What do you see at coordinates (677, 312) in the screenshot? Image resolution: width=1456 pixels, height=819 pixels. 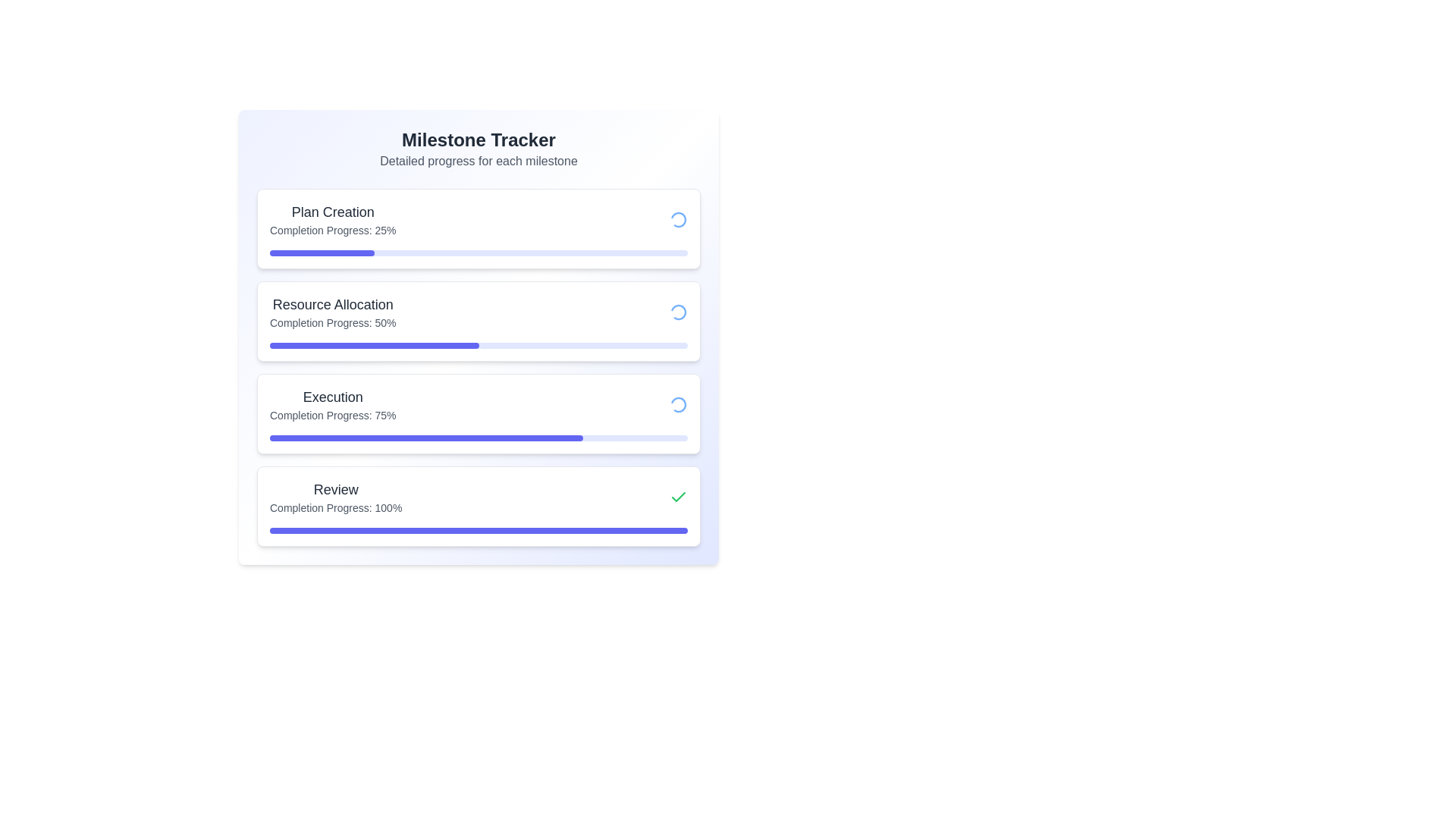 I see `the spinning animation of the loader icon with a blue outline located in the 'Resource Allocation' section of the milestone tracker interface` at bounding box center [677, 312].